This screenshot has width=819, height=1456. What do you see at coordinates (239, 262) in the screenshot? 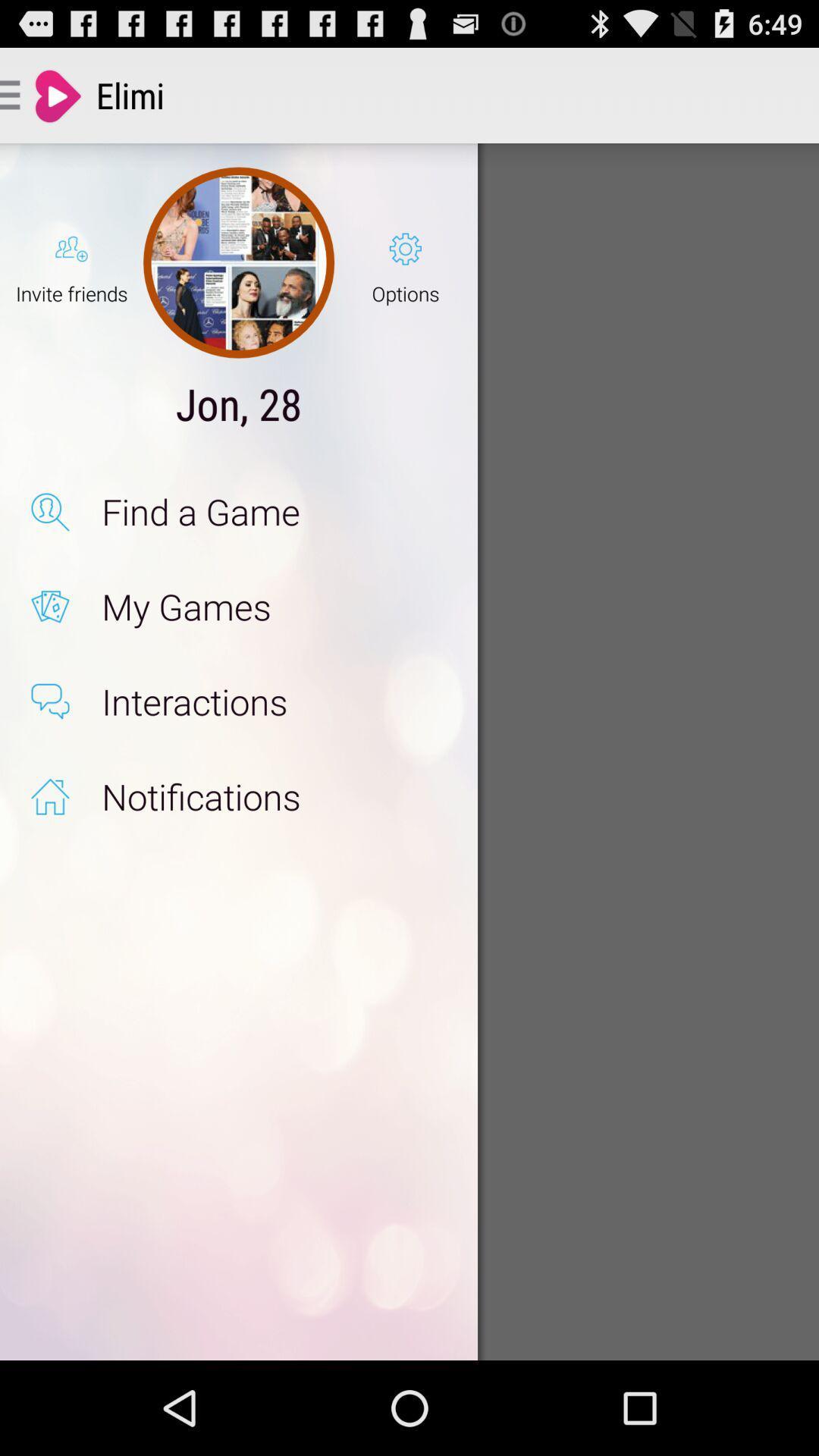
I see `item next to options item` at bounding box center [239, 262].